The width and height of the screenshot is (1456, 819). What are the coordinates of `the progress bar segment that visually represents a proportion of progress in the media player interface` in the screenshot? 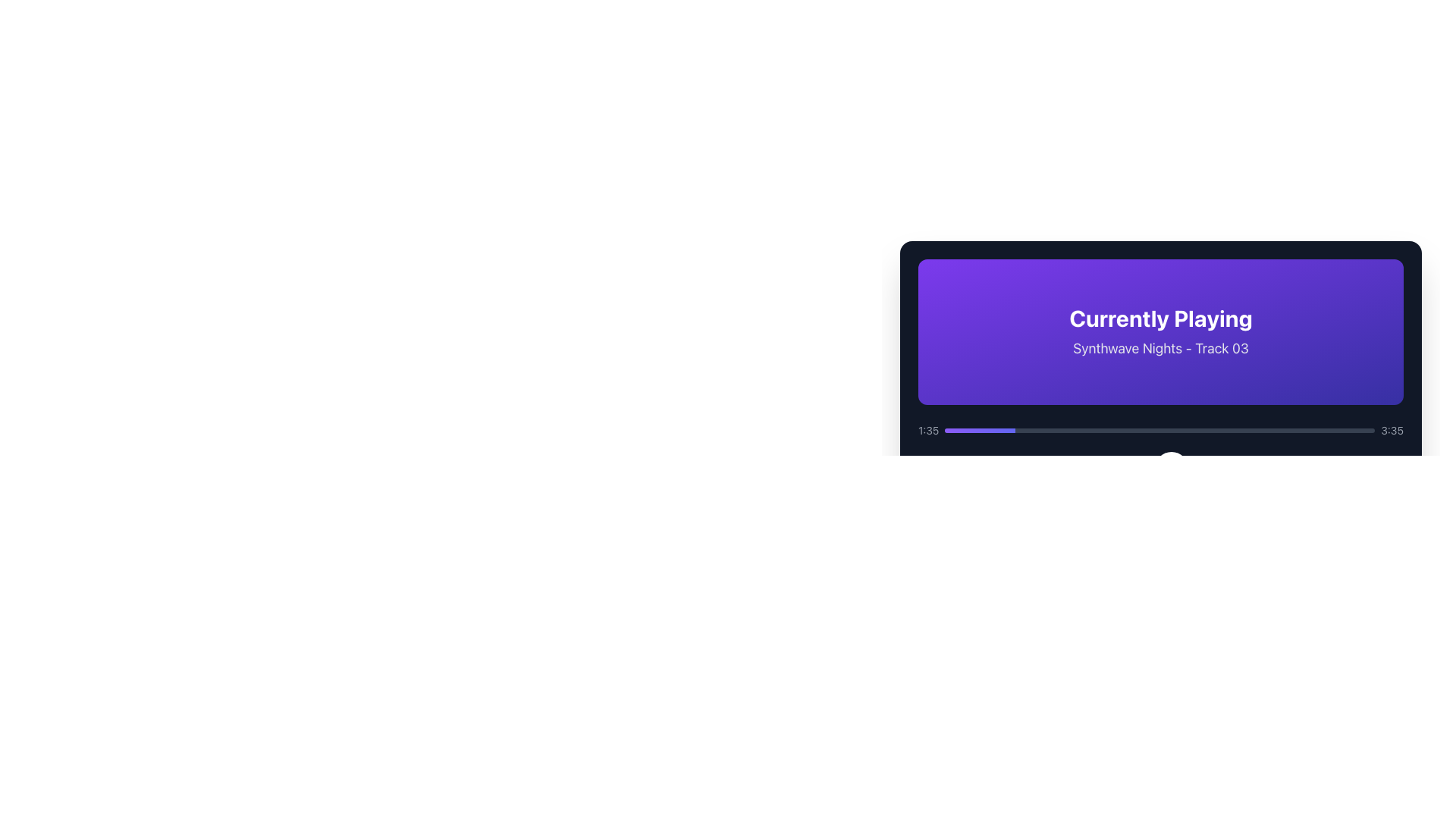 It's located at (980, 430).